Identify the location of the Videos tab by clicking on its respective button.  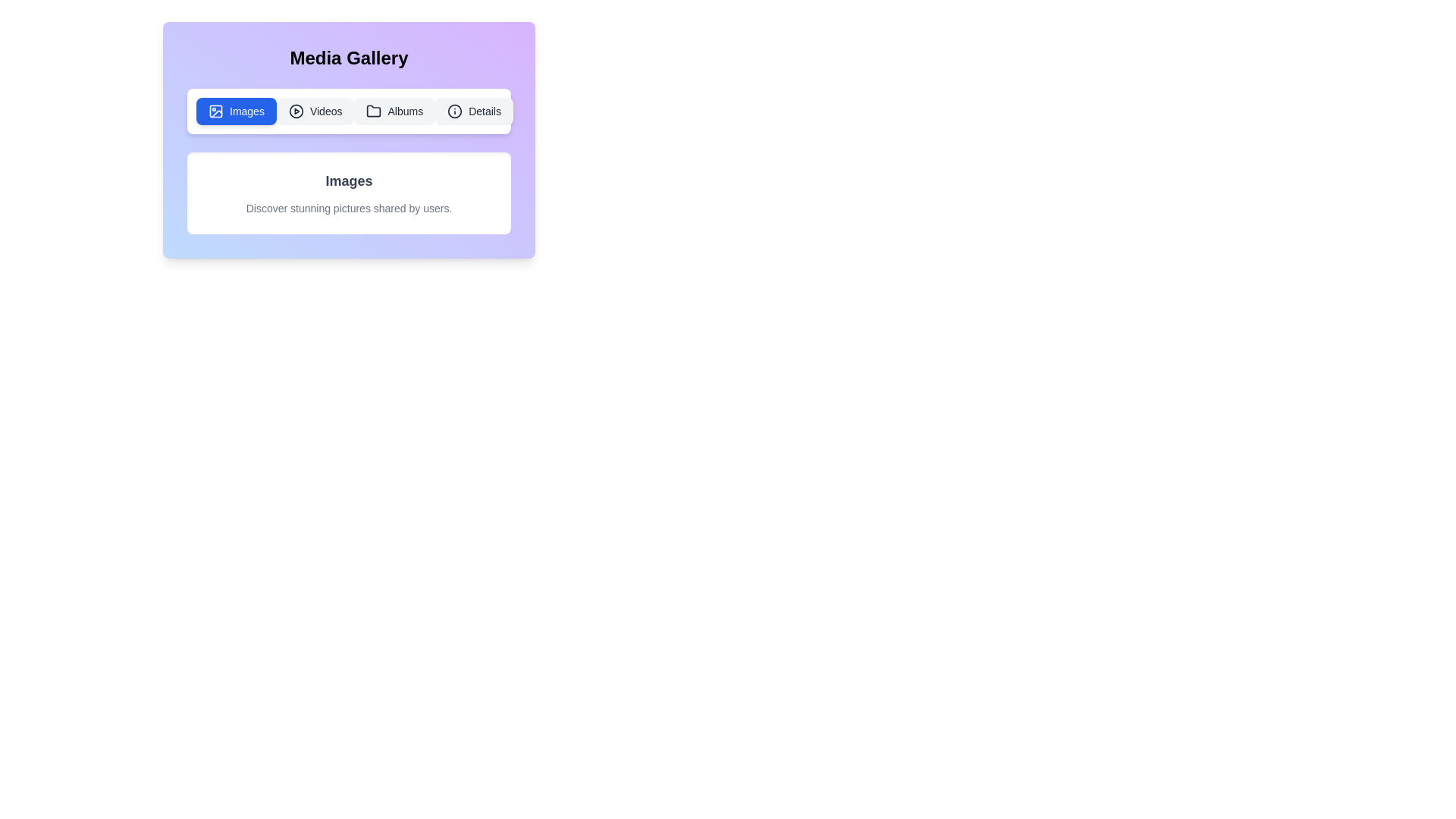
(315, 110).